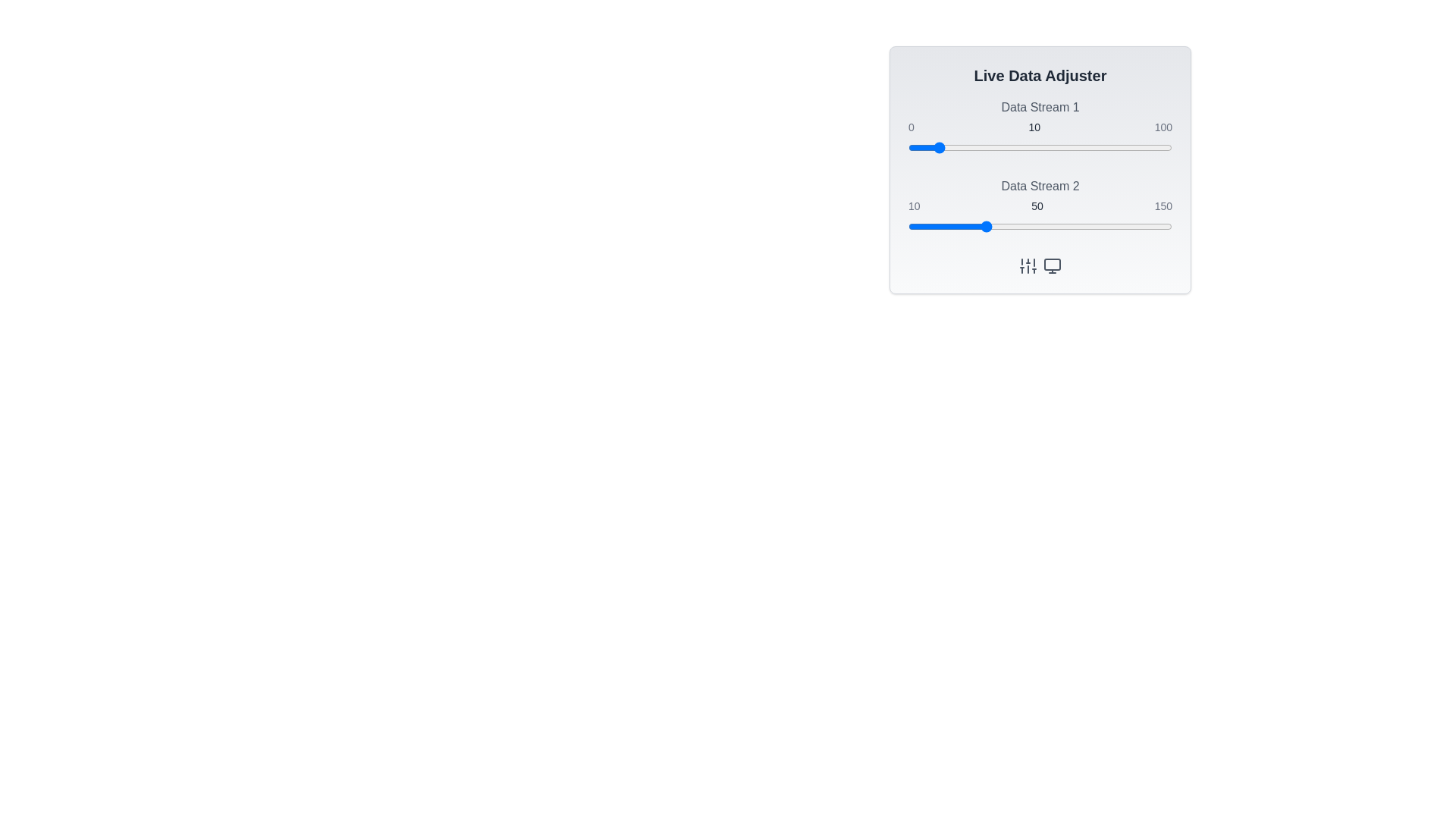 Image resolution: width=1456 pixels, height=819 pixels. What do you see at coordinates (1104, 227) in the screenshot?
I see `the Data Stream 2 value` at bounding box center [1104, 227].